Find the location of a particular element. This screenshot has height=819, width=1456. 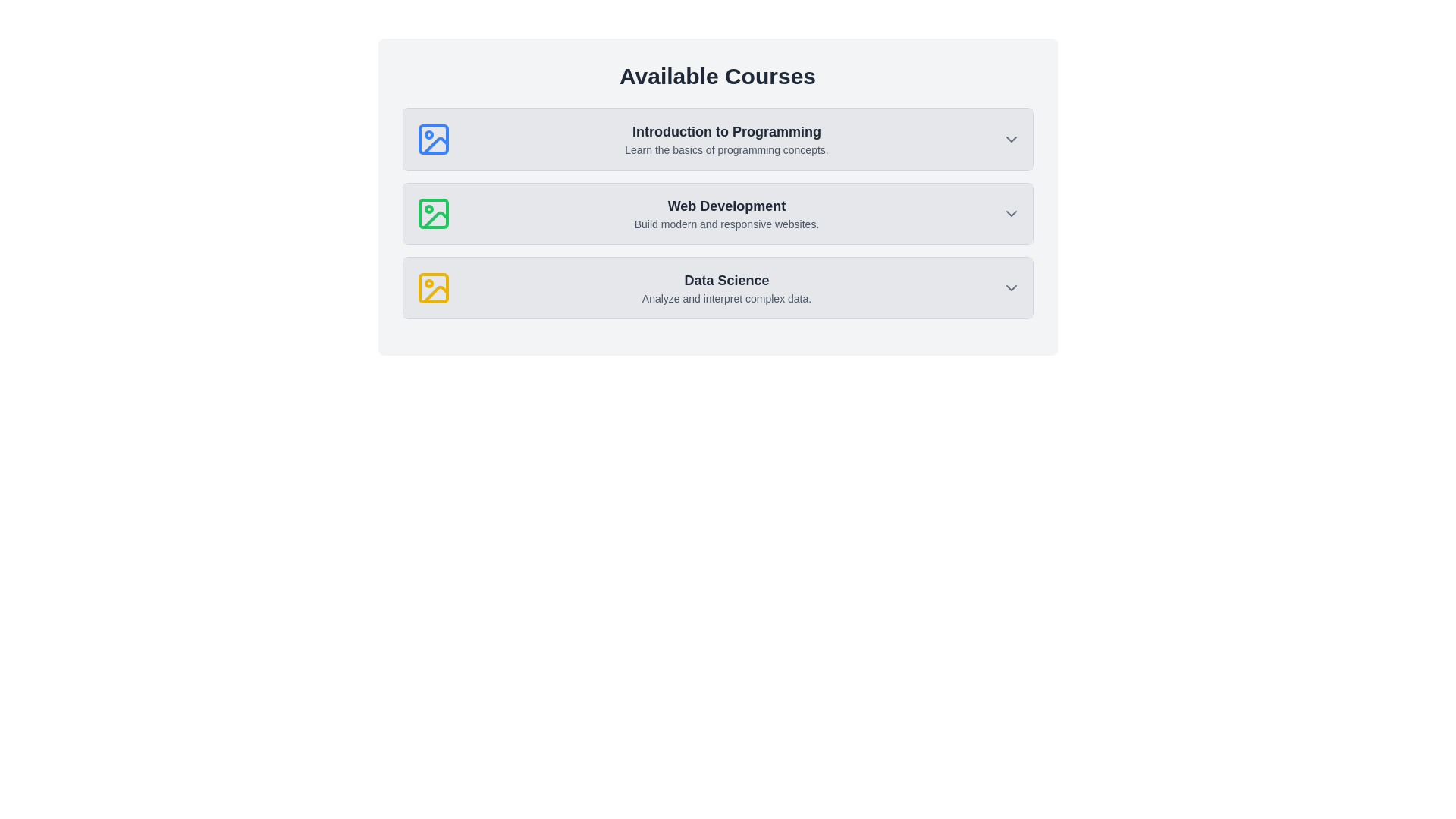

the chevron-down icon at the far right of the 'Introduction to Programming' card is located at coordinates (1011, 140).